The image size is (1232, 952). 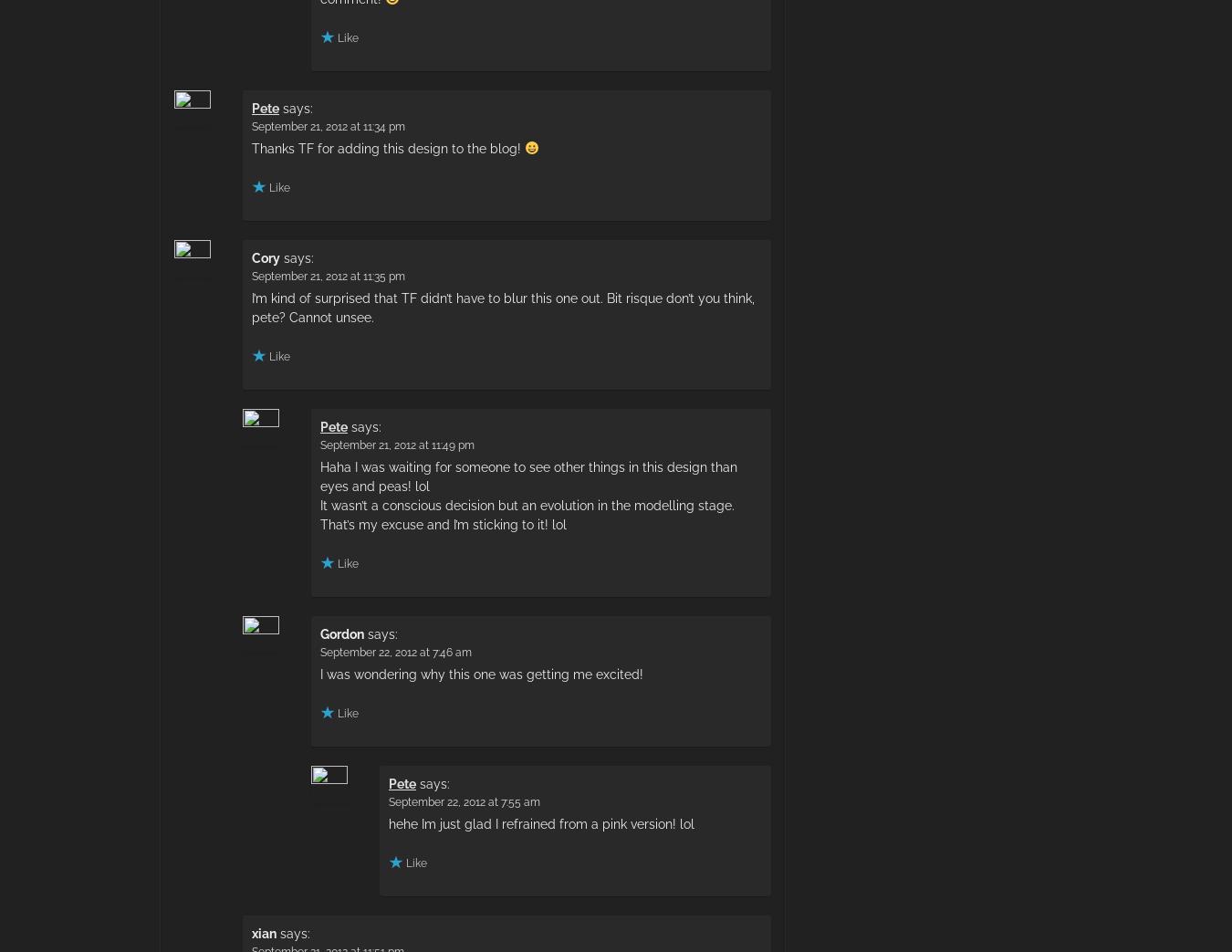 What do you see at coordinates (463, 800) in the screenshot?
I see `'September 22, 2012 at 7:55 am'` at bounding box center [463, 800].